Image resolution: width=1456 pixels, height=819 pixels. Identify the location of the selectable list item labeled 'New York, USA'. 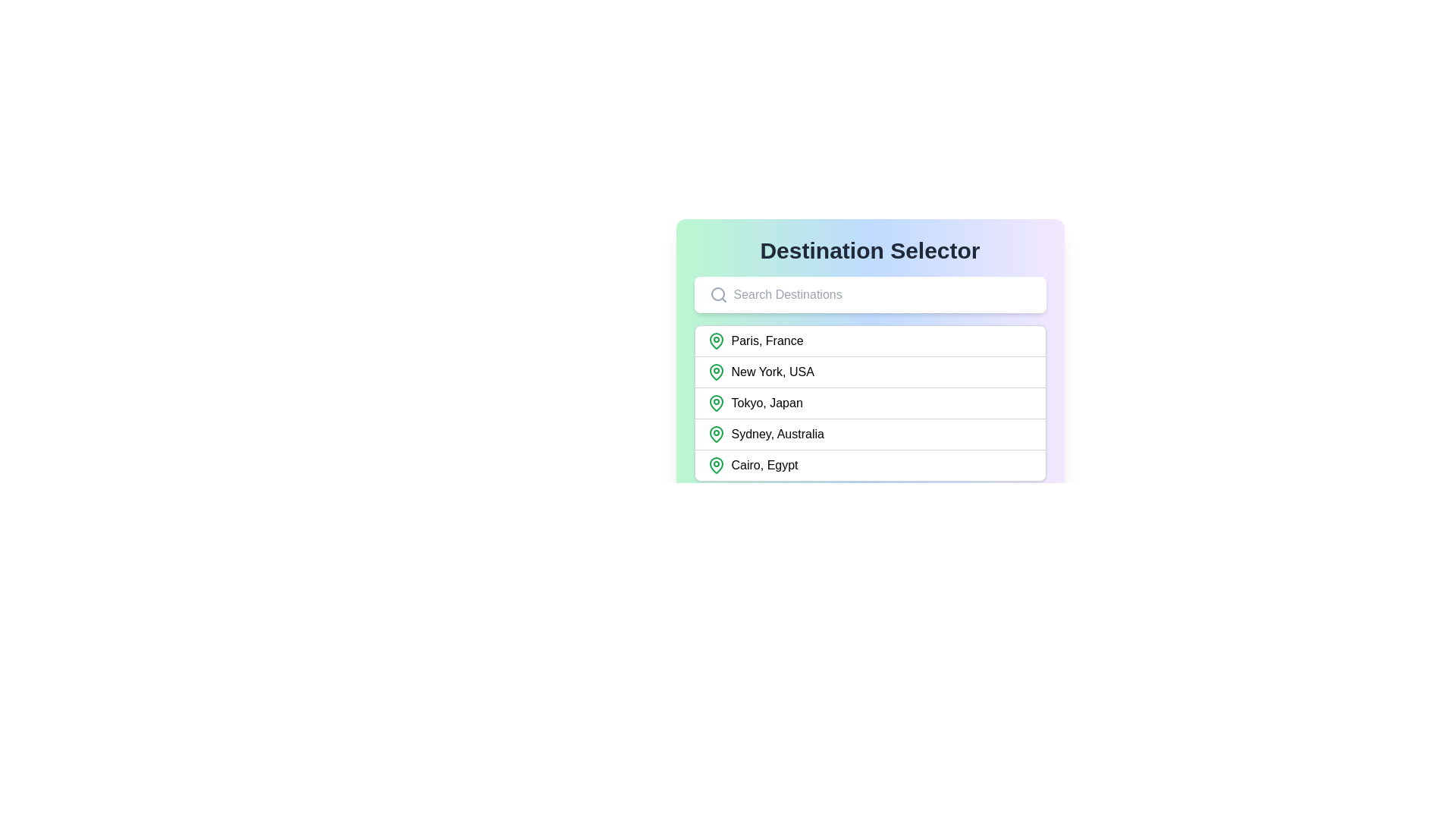
(870, 372).